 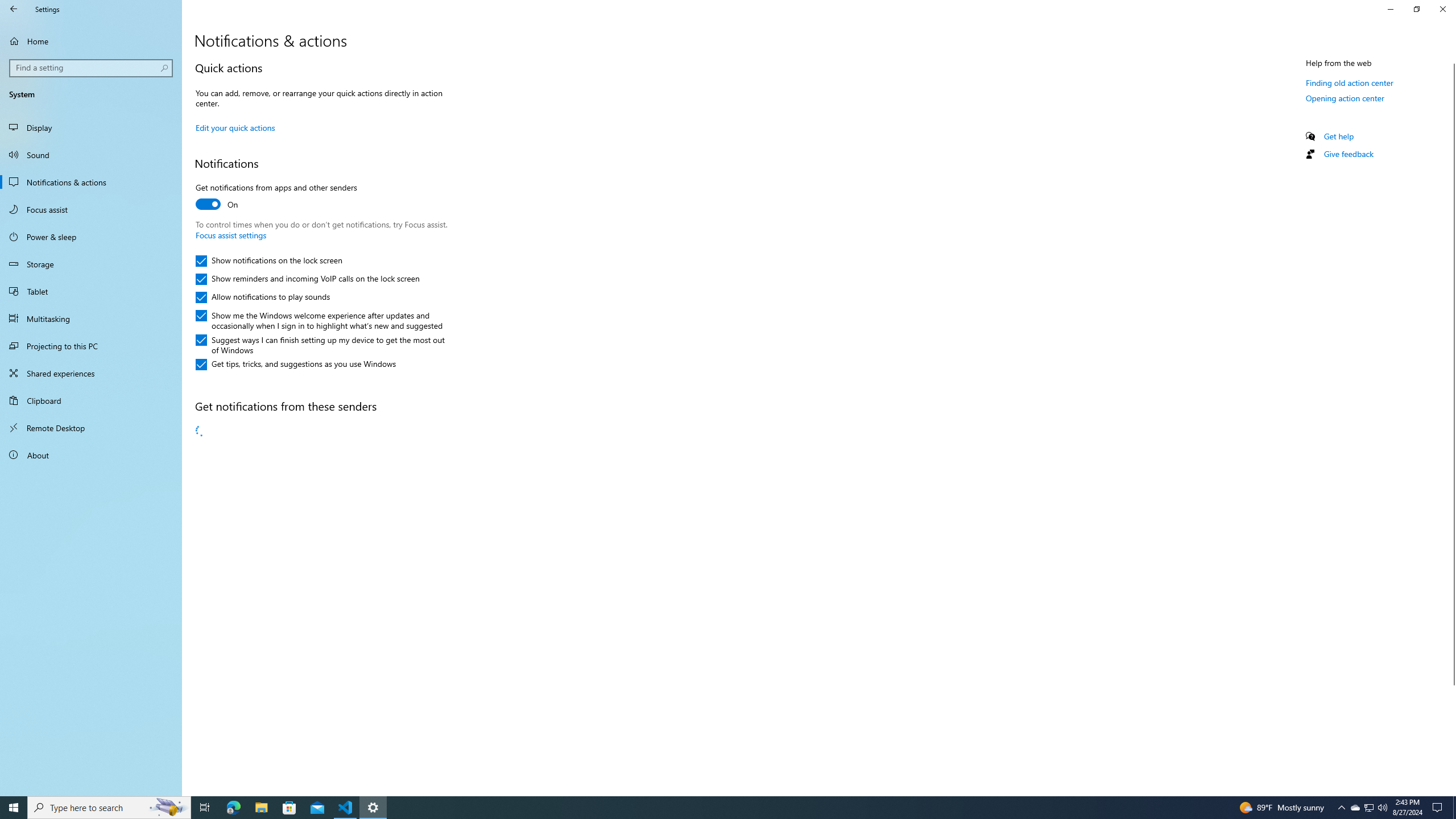 I want to click on 'Allow notifications to play sounds', so click(x=262, y=296).